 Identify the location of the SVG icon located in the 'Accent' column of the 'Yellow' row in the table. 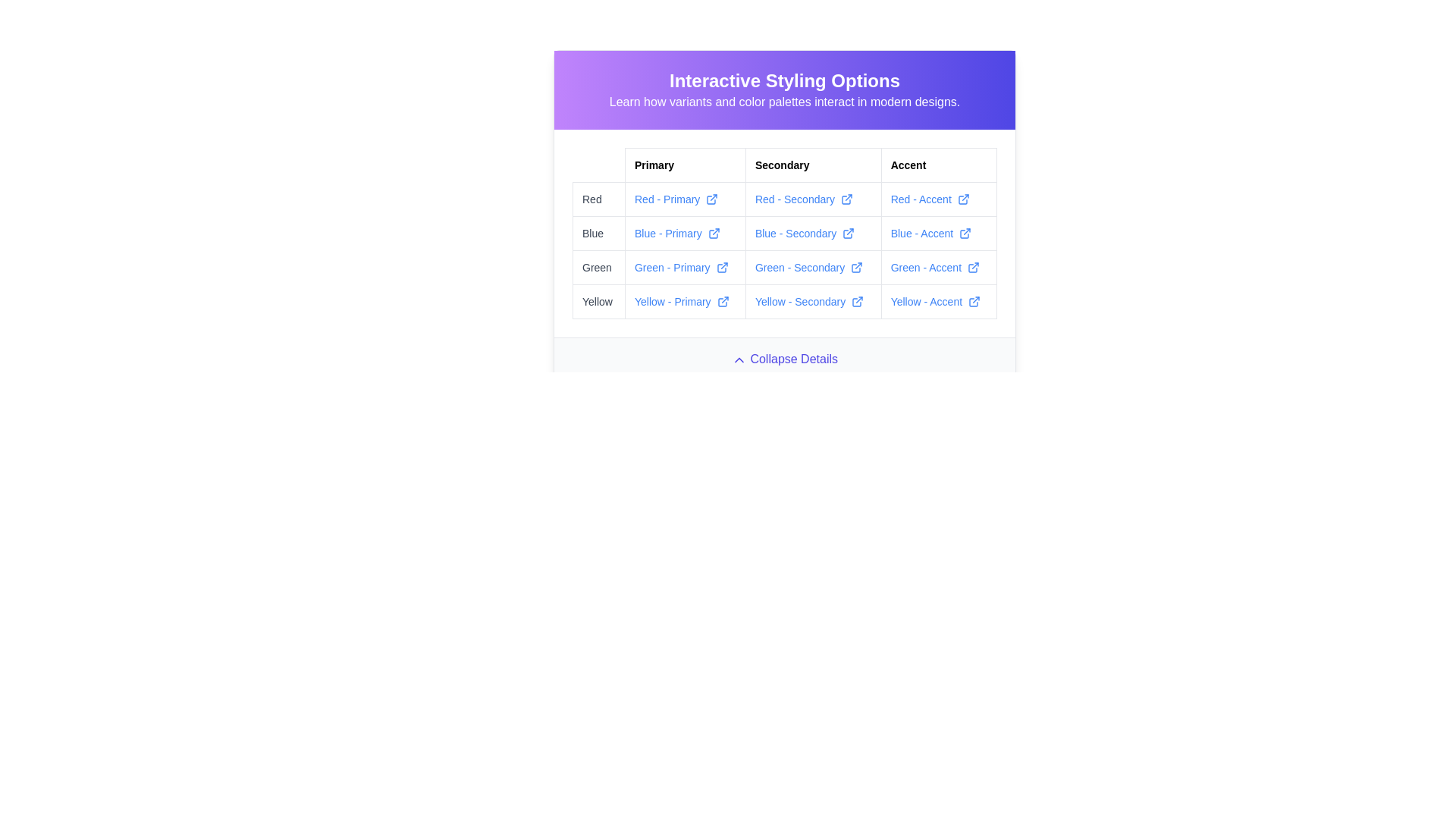
(973, 302).